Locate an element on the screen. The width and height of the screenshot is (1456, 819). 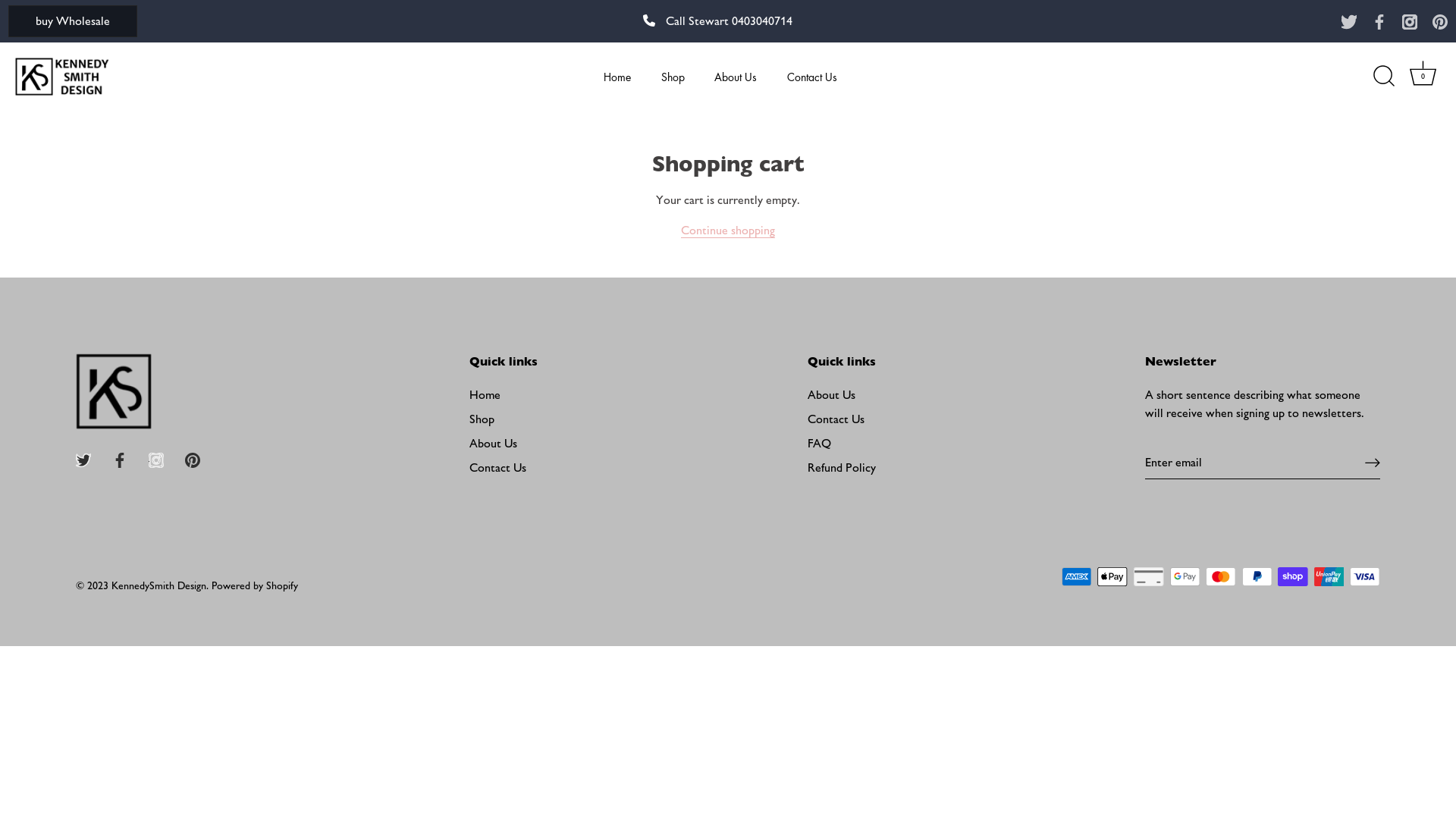
'Cart is located at coordinates (1422, 76).